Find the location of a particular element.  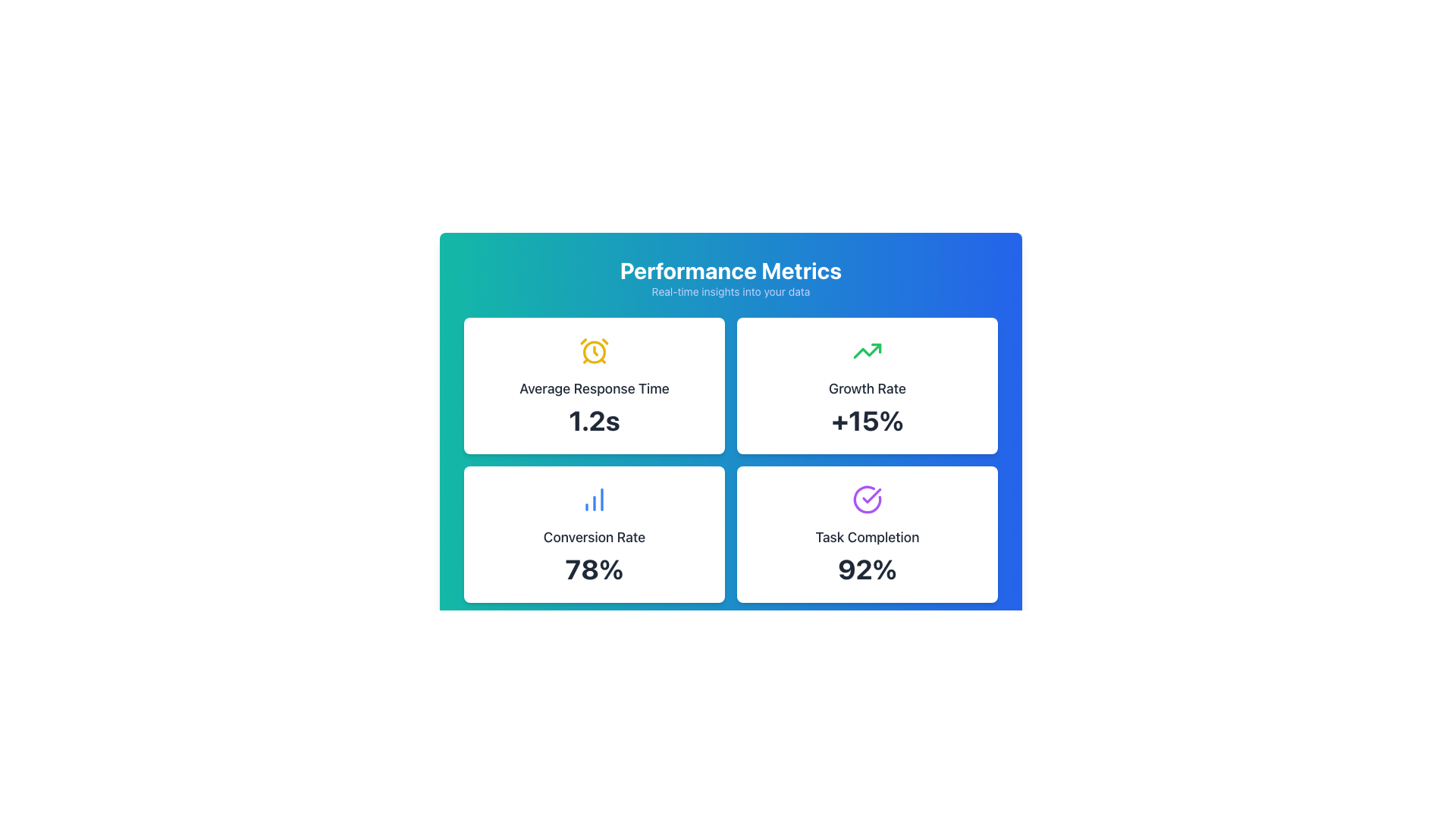

circular purple checkmark icon located at the top-center of the 'Task Completion' card, which is positioned in the lower-right quadrant of the dashboard is located at coordinates (867, 500).